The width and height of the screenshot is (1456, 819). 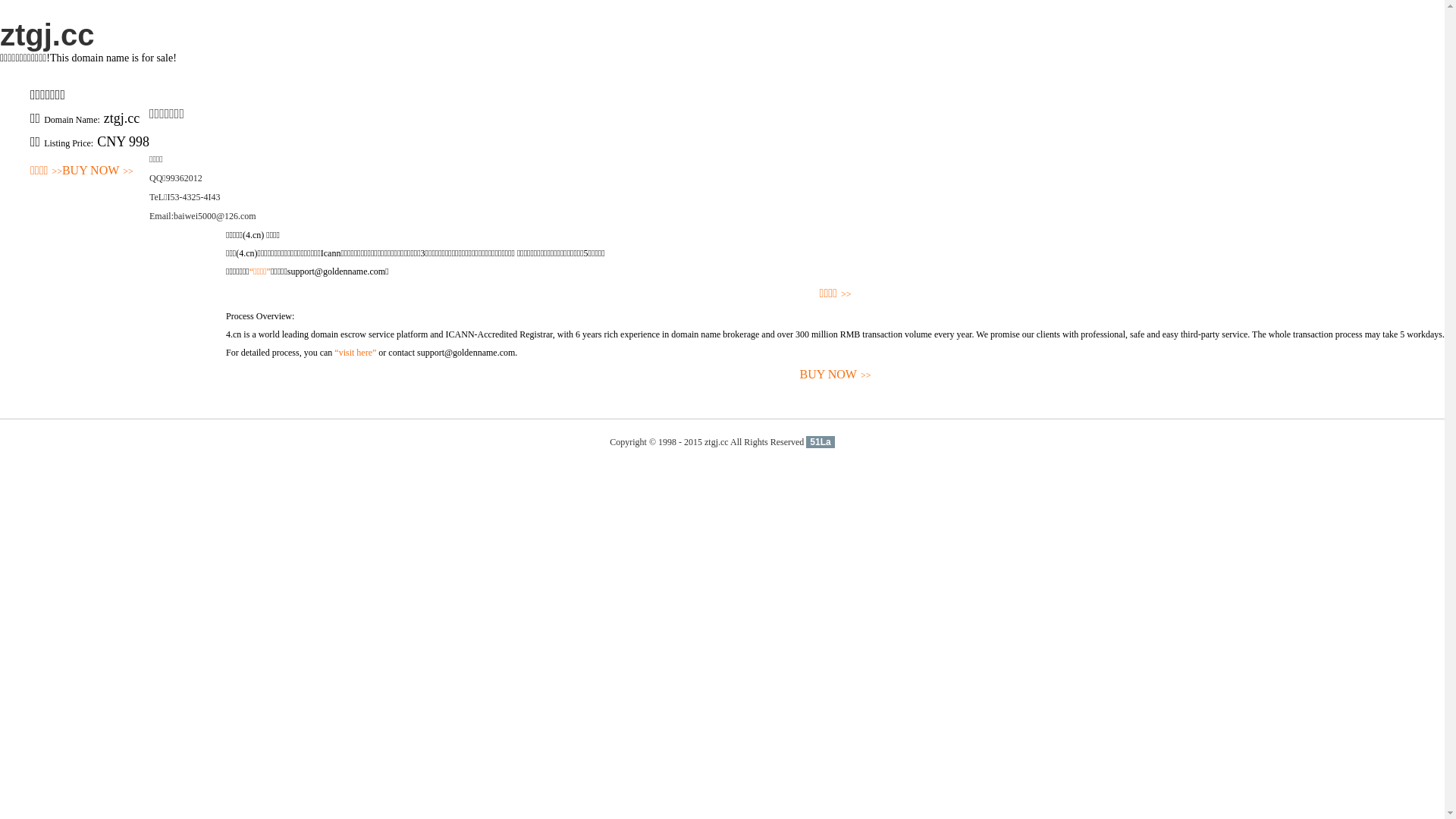 I want to click on 'BUY NOW>>', so click(x=834, y=375).